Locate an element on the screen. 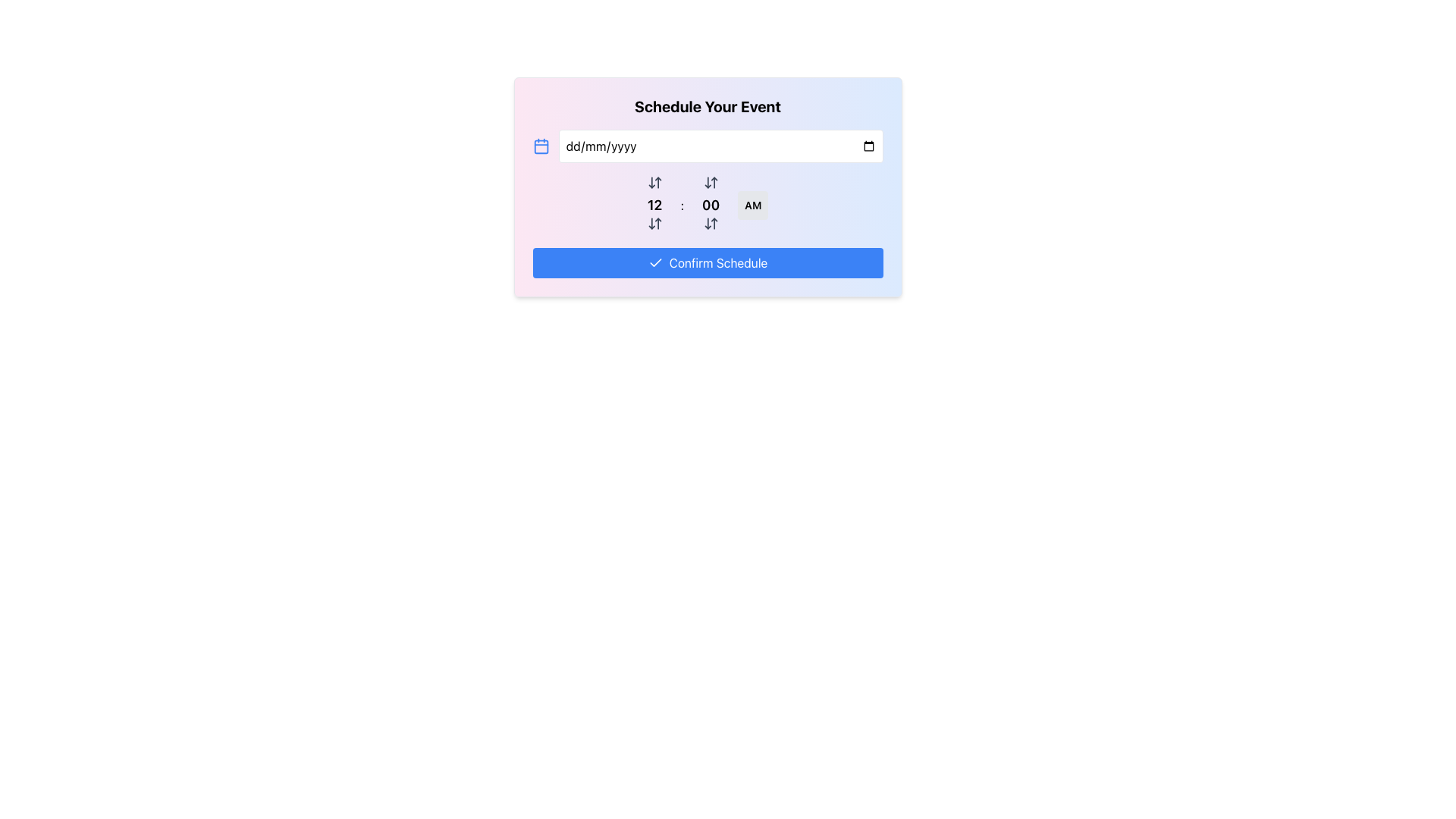  the 'Confirm Schedule' button by clicking on its center point, which serves as the label indicating its purpose to confirm the scheduling input is located at coordinates (717, 262).